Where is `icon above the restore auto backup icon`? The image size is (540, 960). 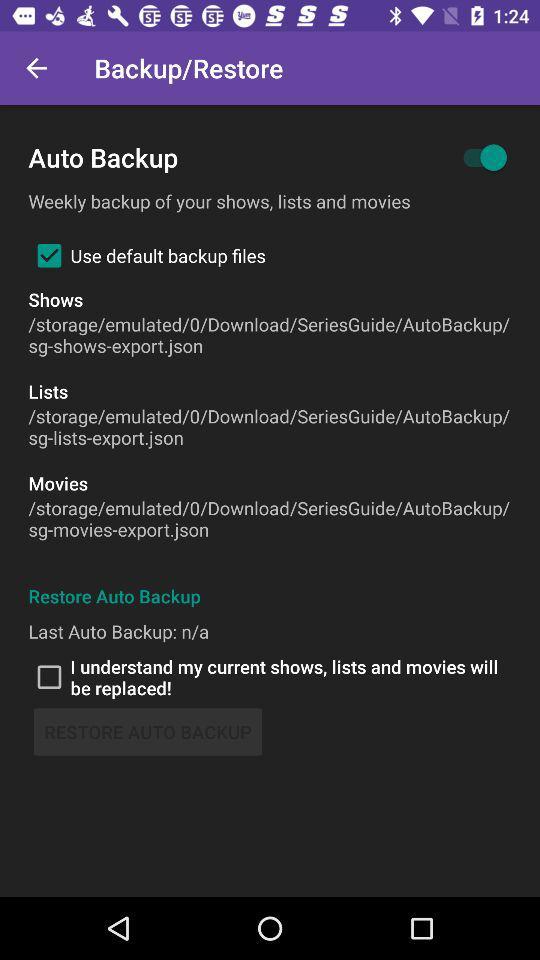 icon above the restore auto backup icon is located at coordinates (270, 677).